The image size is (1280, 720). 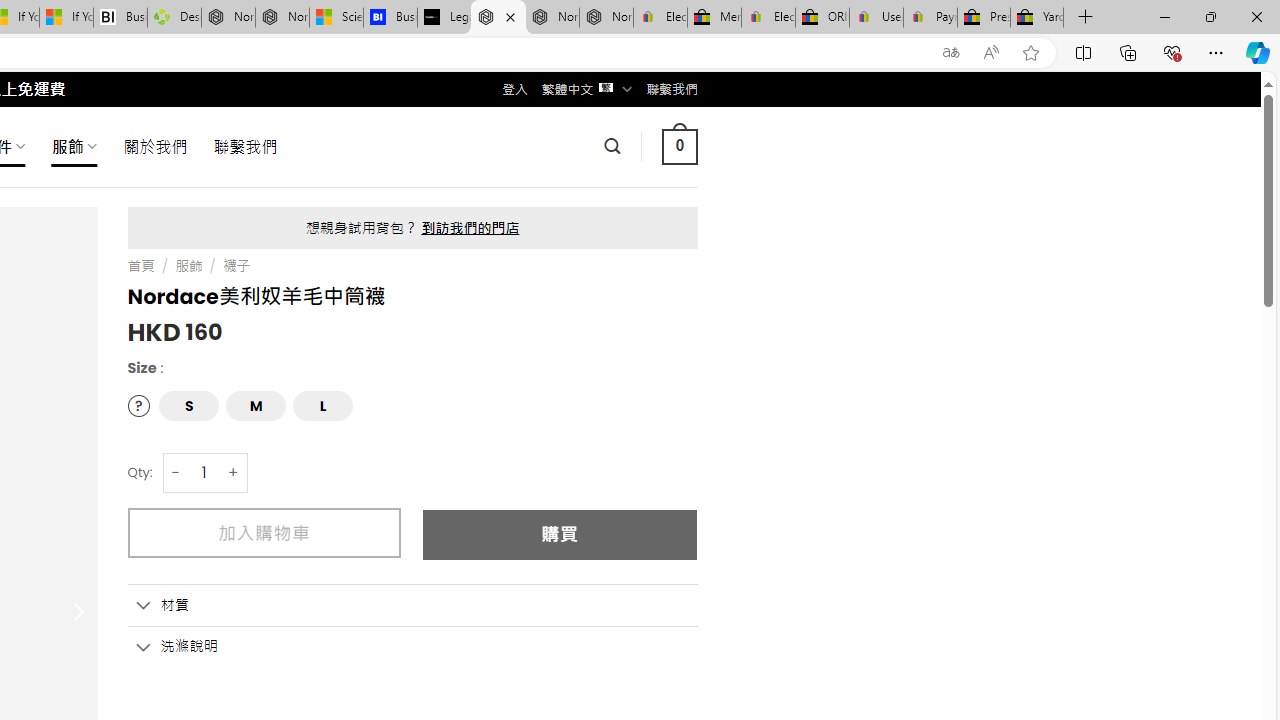 I want to click on ' 0 ', so click(x=679, y=145).